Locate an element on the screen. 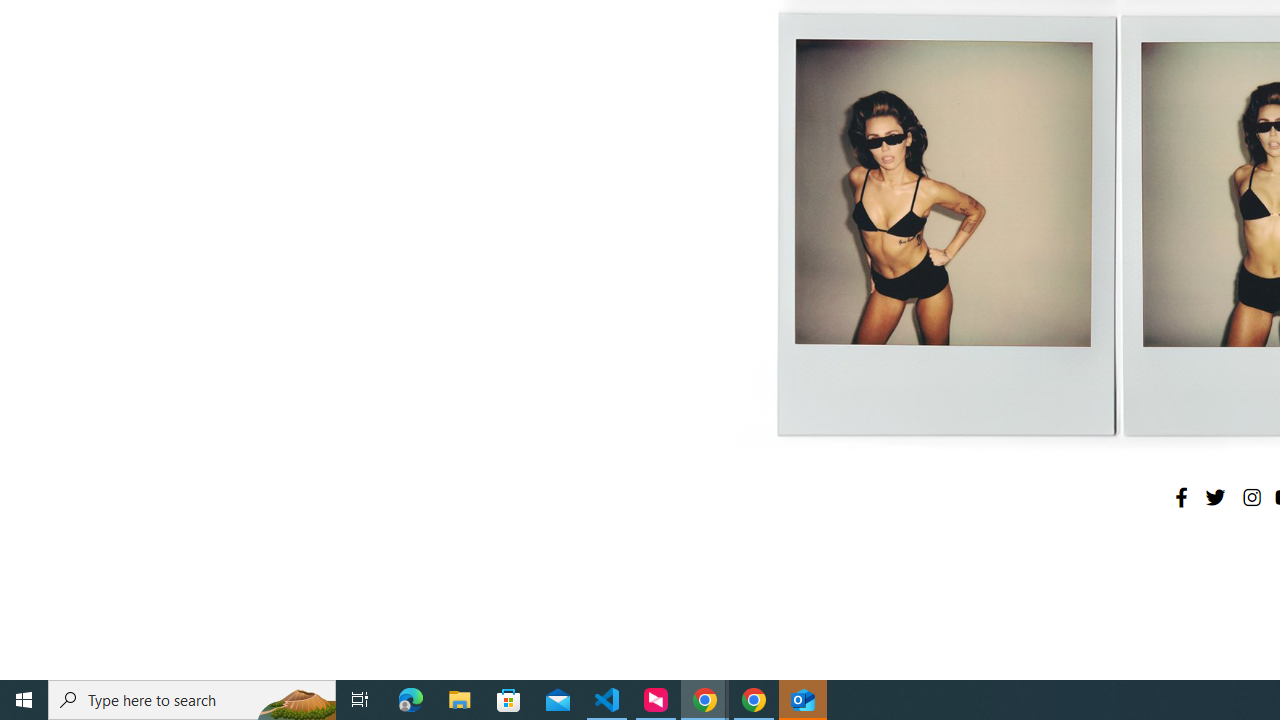 Image resolution: width=1280 pixels, height=720 pixels. 'Instagram' is located at coordinates (1250, 496).